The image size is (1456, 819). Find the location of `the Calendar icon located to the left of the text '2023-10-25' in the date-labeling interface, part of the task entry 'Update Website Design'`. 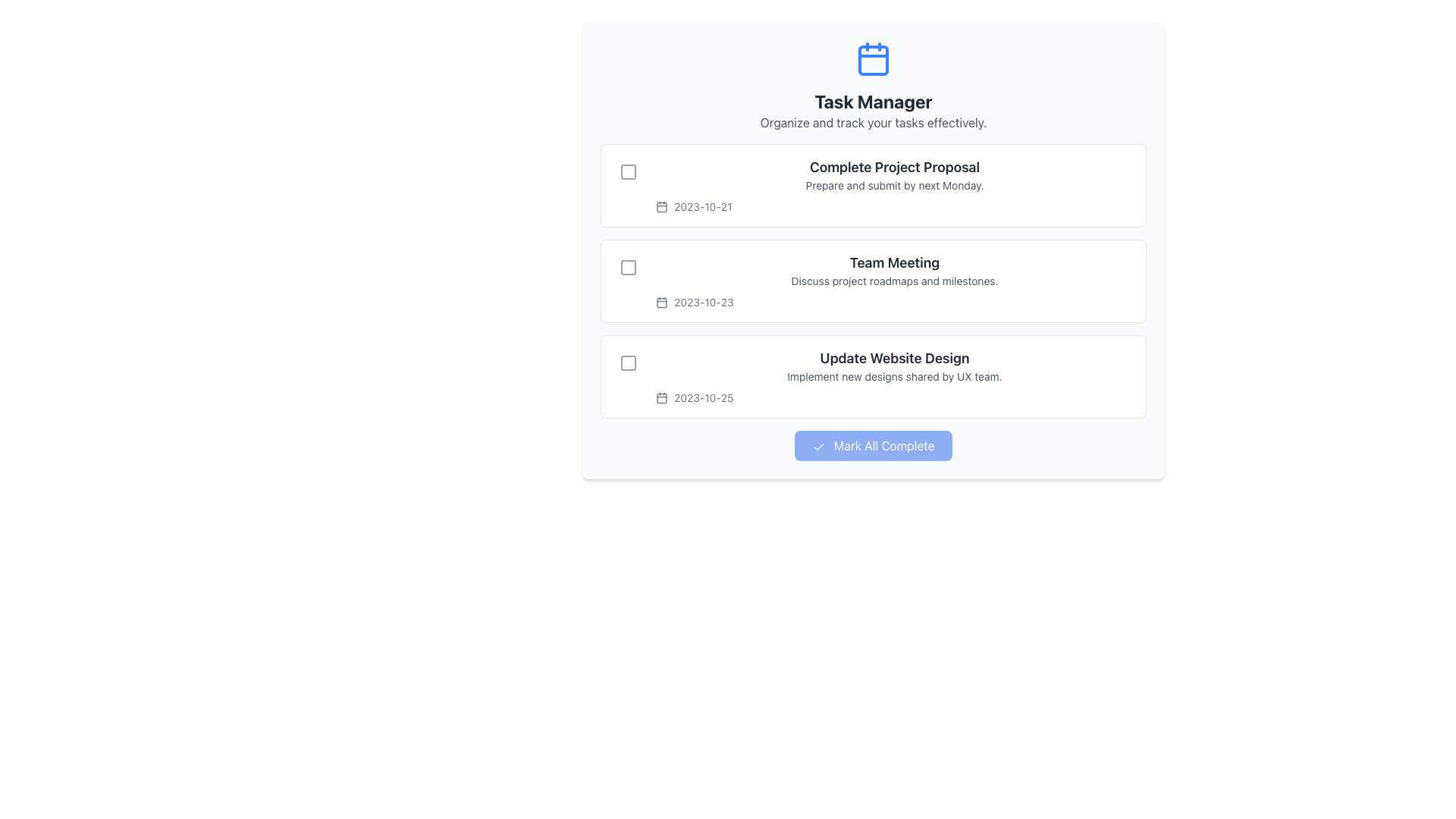

the Calendar icon located to the left of the text '2023-10-25' in the date-labeling interface, part of the task entry 'Update Website Design' is located at coordinates (662, 397).